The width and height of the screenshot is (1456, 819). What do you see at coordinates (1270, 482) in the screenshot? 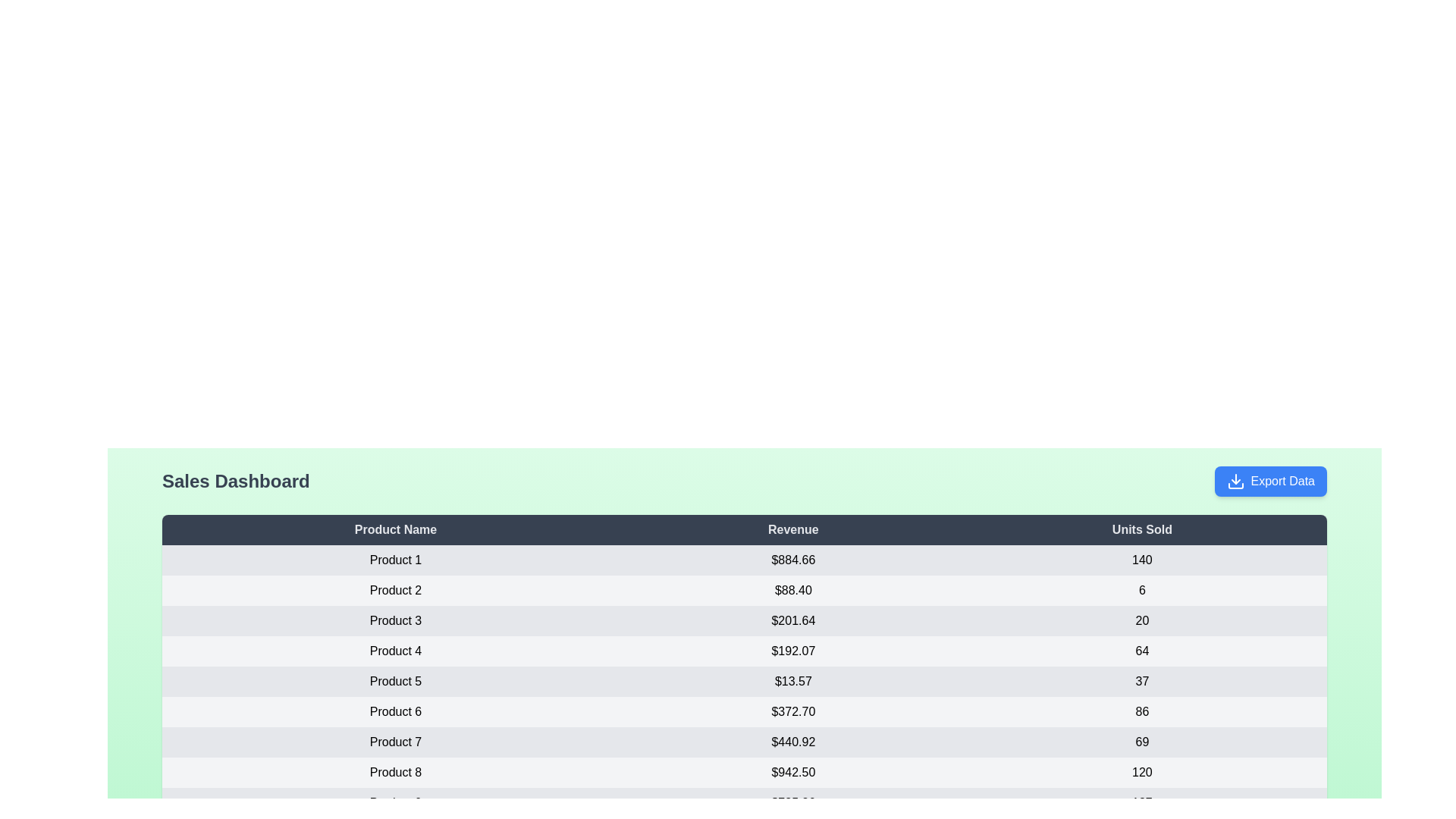
I see `the 'Export Data' button to export the table data` at bounding box center [1270, 482].